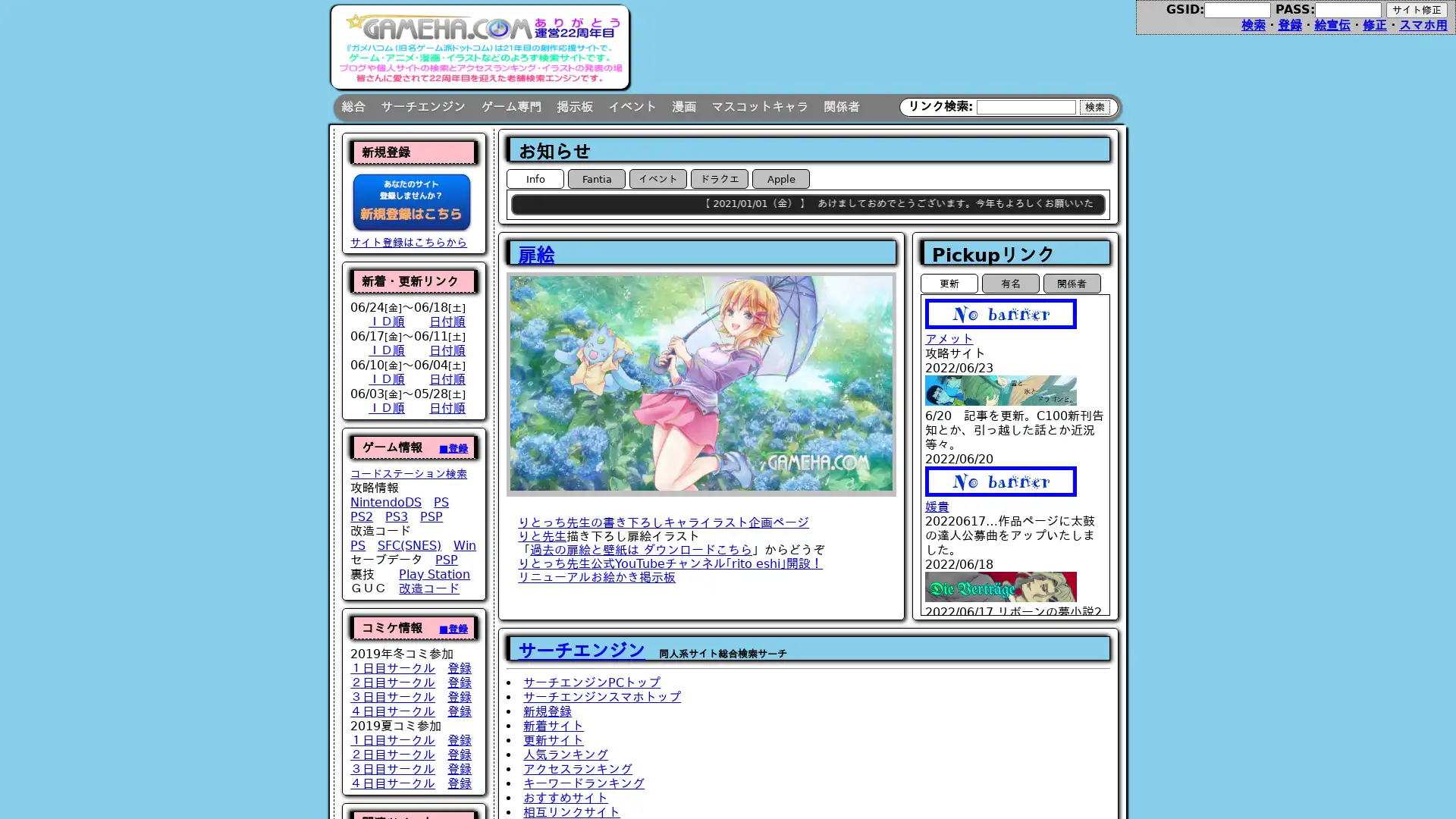  I want to click on Fantia, so click(596, 177).